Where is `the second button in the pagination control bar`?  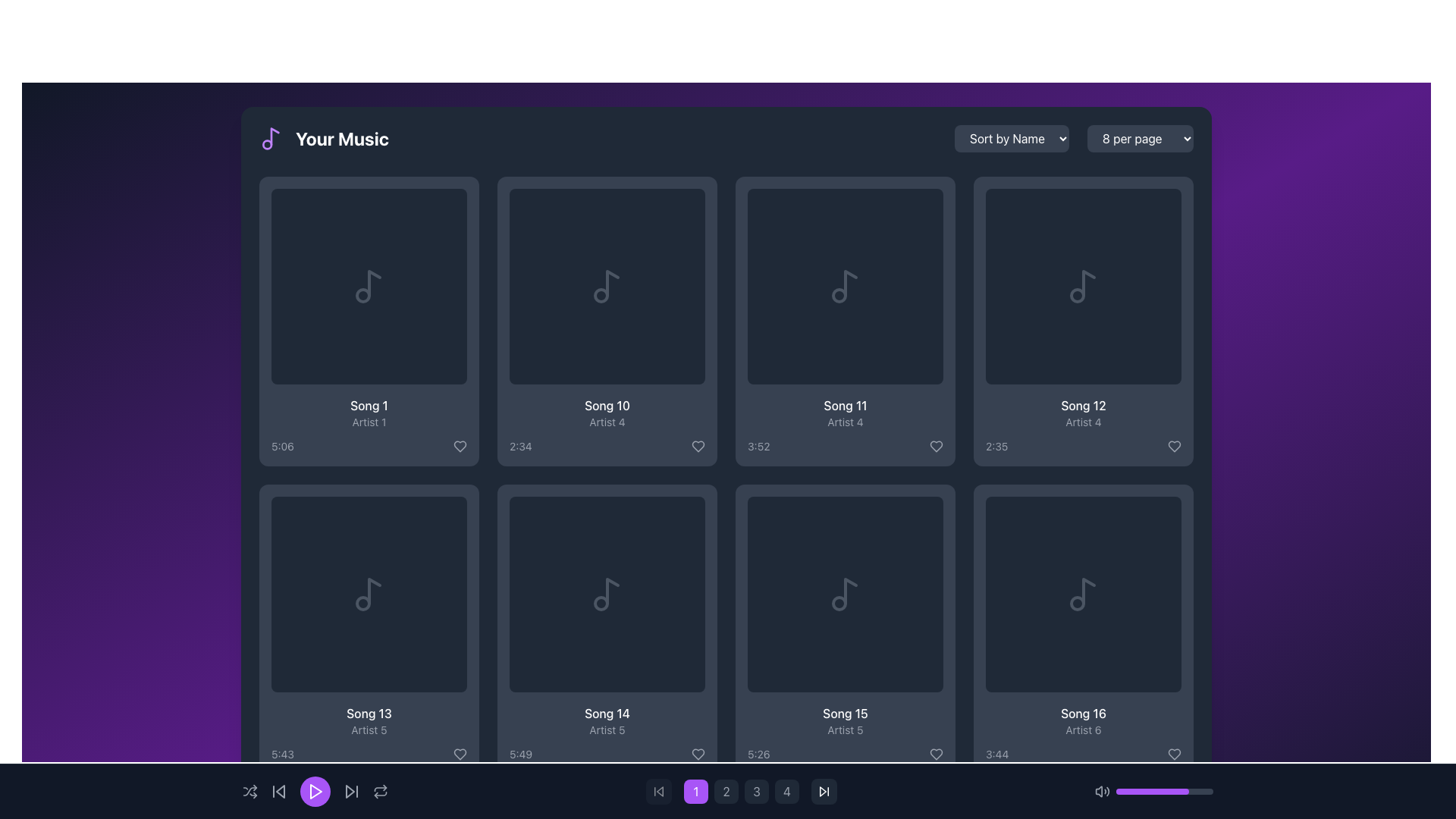
the second button in the pagination control bar is located at coordinates (726, 791).